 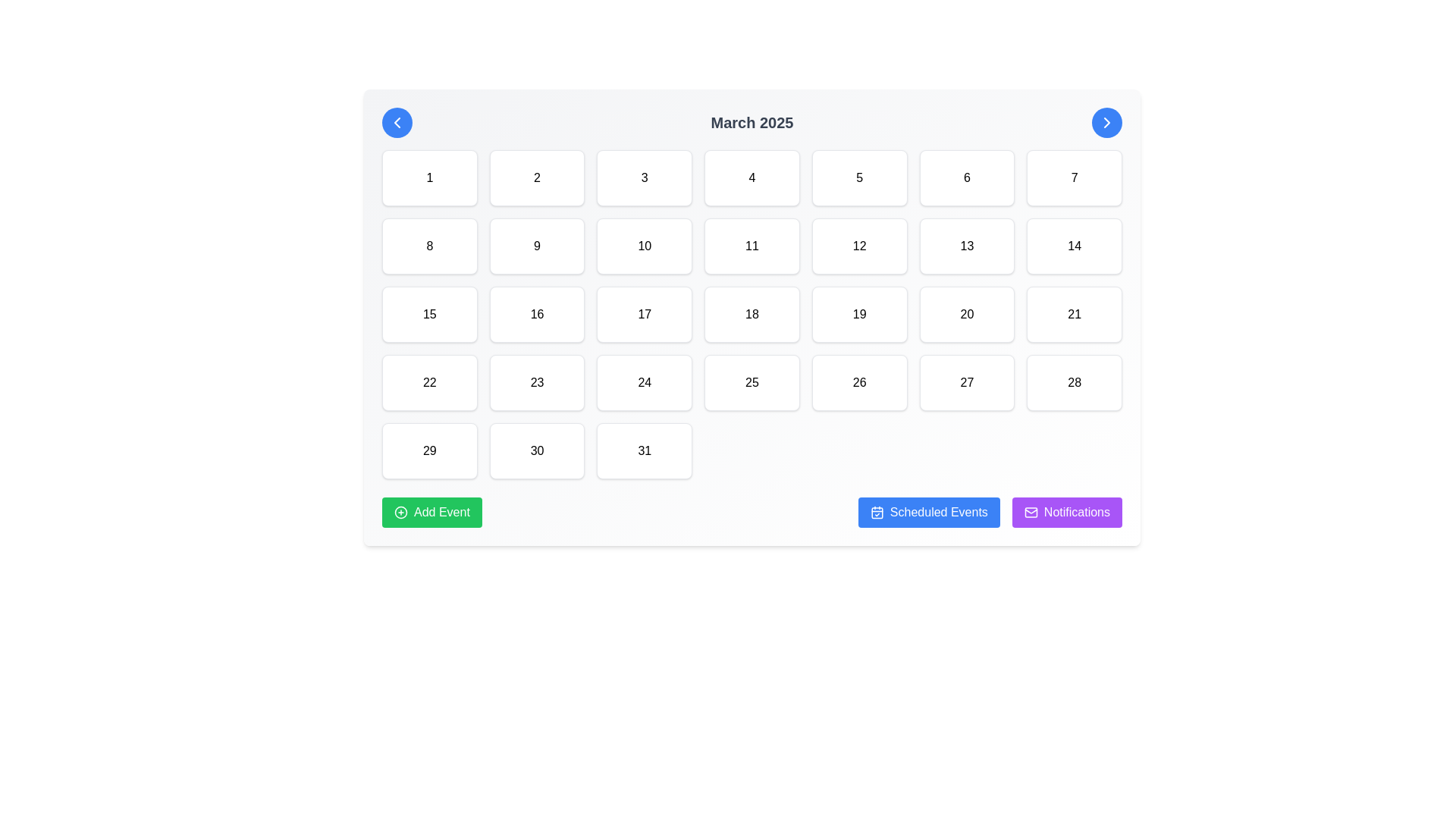 I want to click on the Navigation Icon located at the top left corner of the interface, adjacent to the header displaying 'March 2025', so click(x=397, y=122).